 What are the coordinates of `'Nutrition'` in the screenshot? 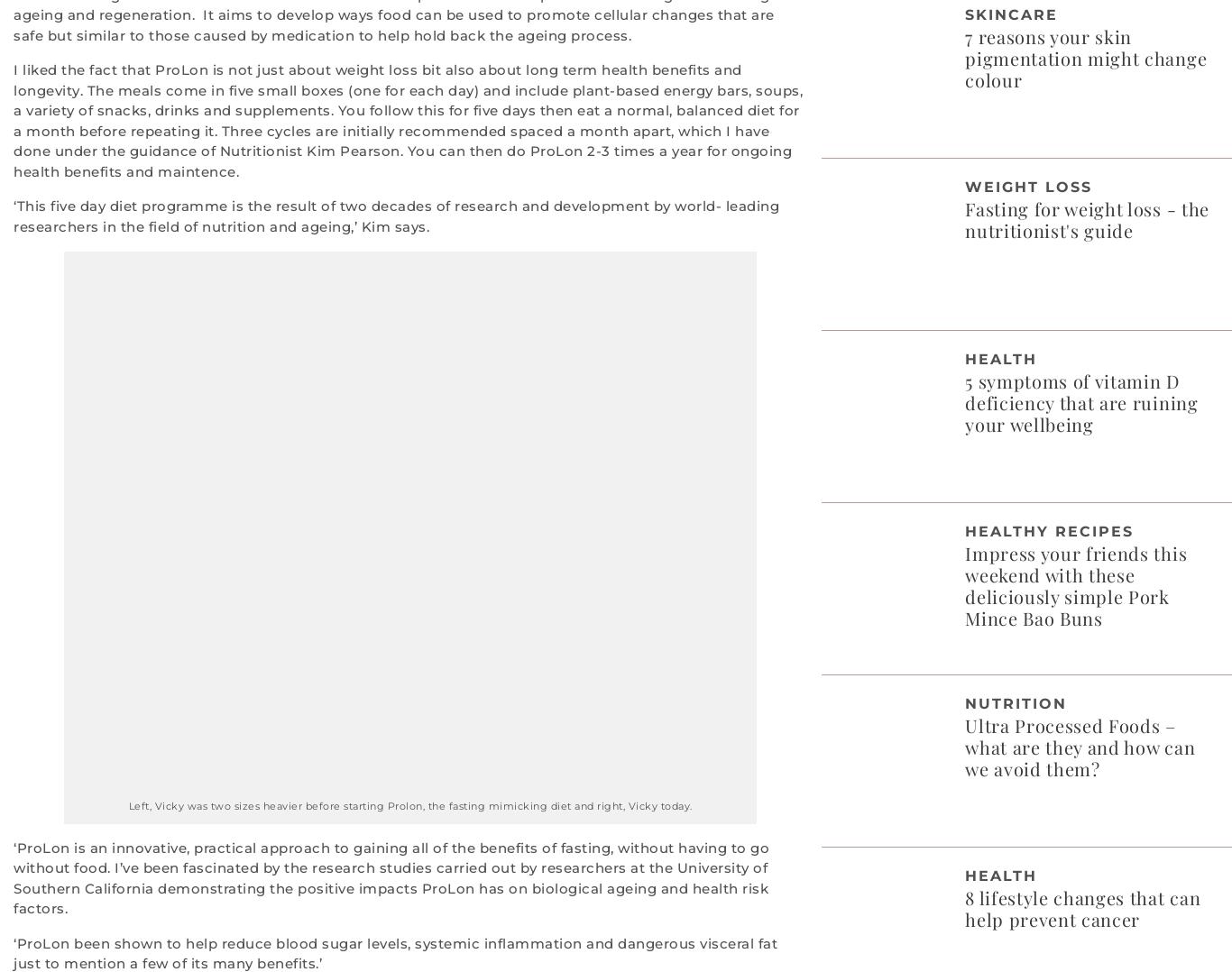 It's located at (1015, 701).